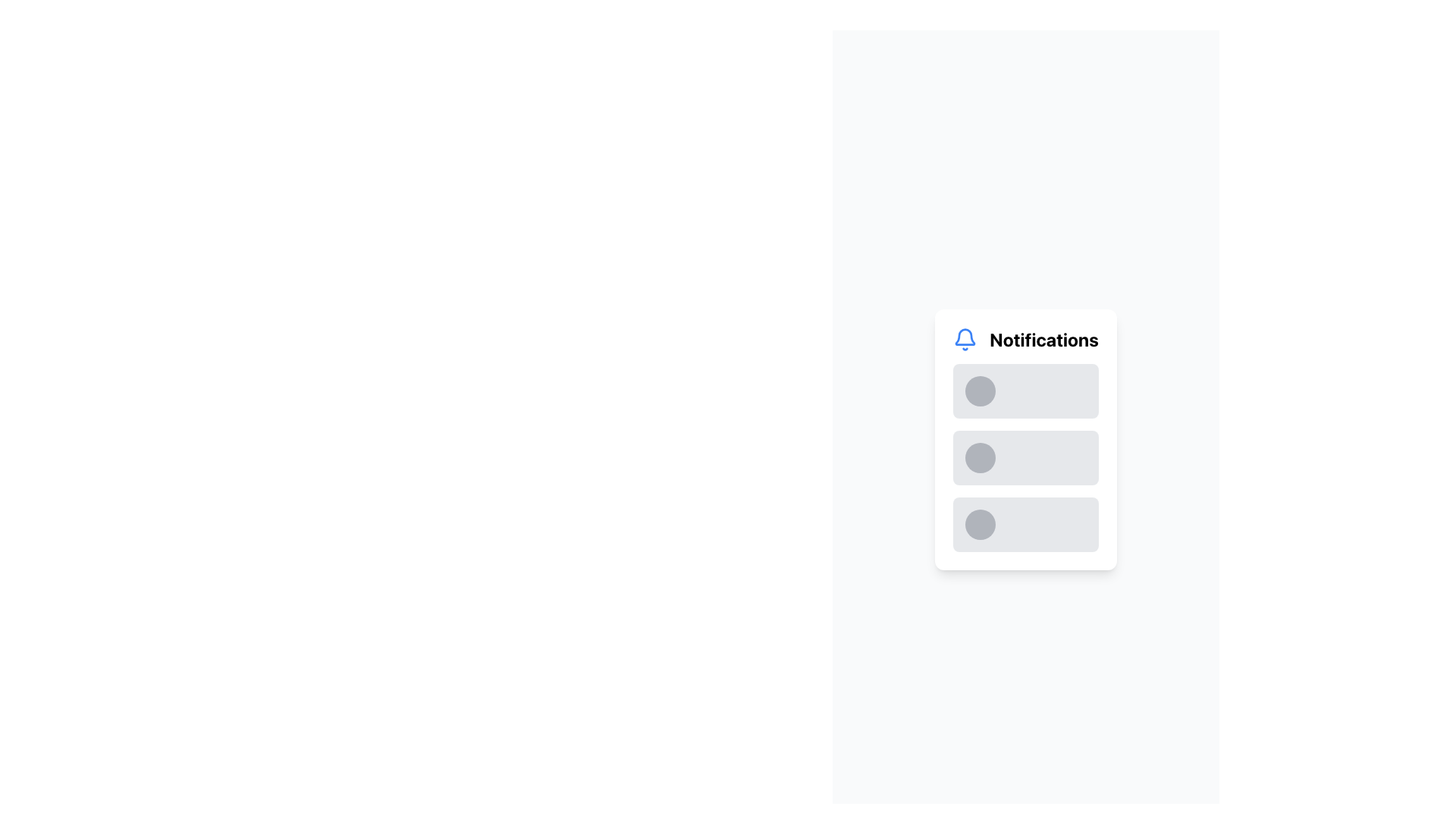 The height and width of the screenshot is (819, 1456). Describe the element at coordinates (1037, 457) in the screenshot. I see `the light gray placeholder element with rounded corners located centrally in the notifications card` at that location.